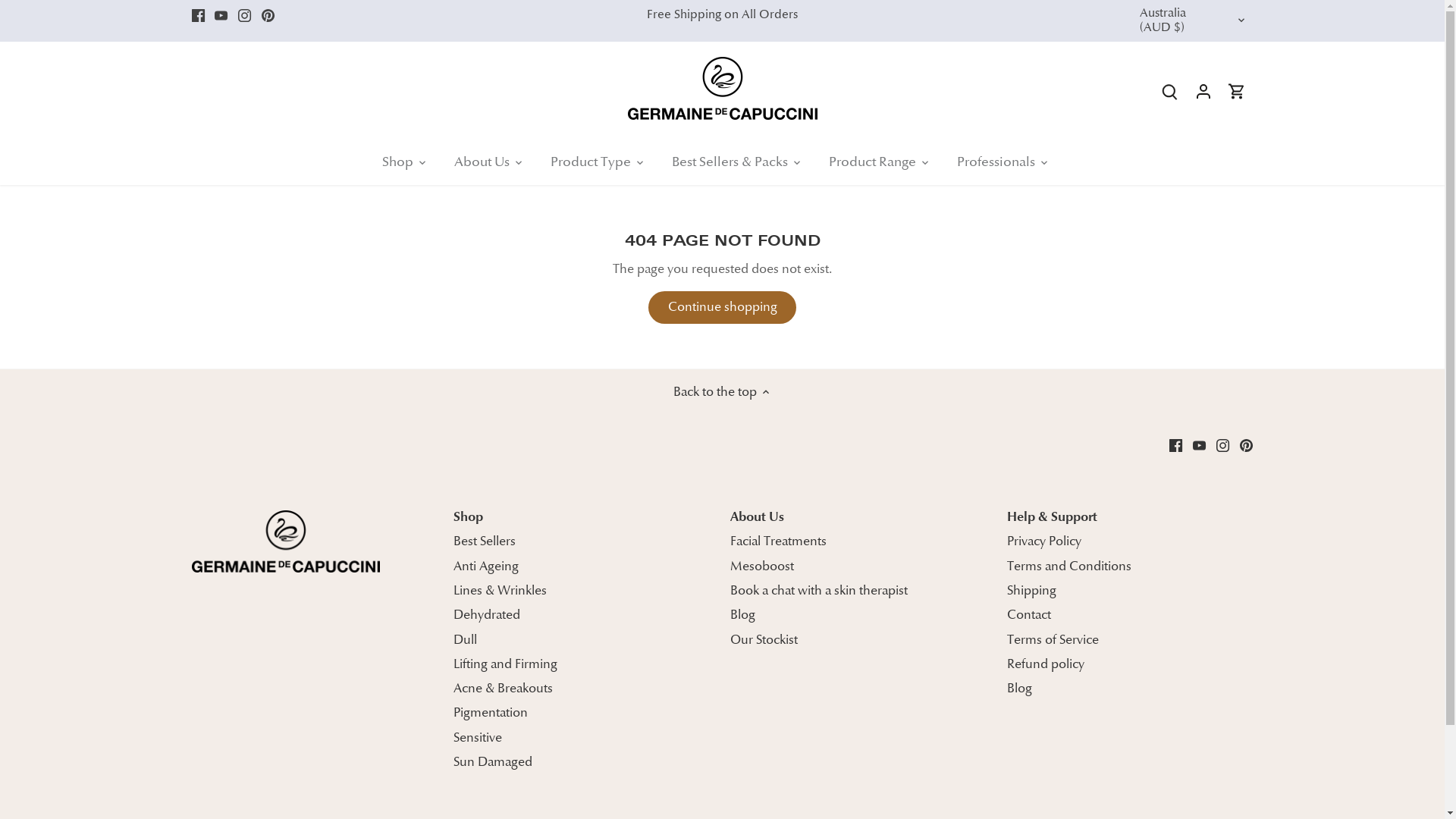 The width and height of the screenshot is (1456, 819). Describe the element at coordinates (1007, 566) in the screenshot. I see `'Terms and Conditions'` at that location.